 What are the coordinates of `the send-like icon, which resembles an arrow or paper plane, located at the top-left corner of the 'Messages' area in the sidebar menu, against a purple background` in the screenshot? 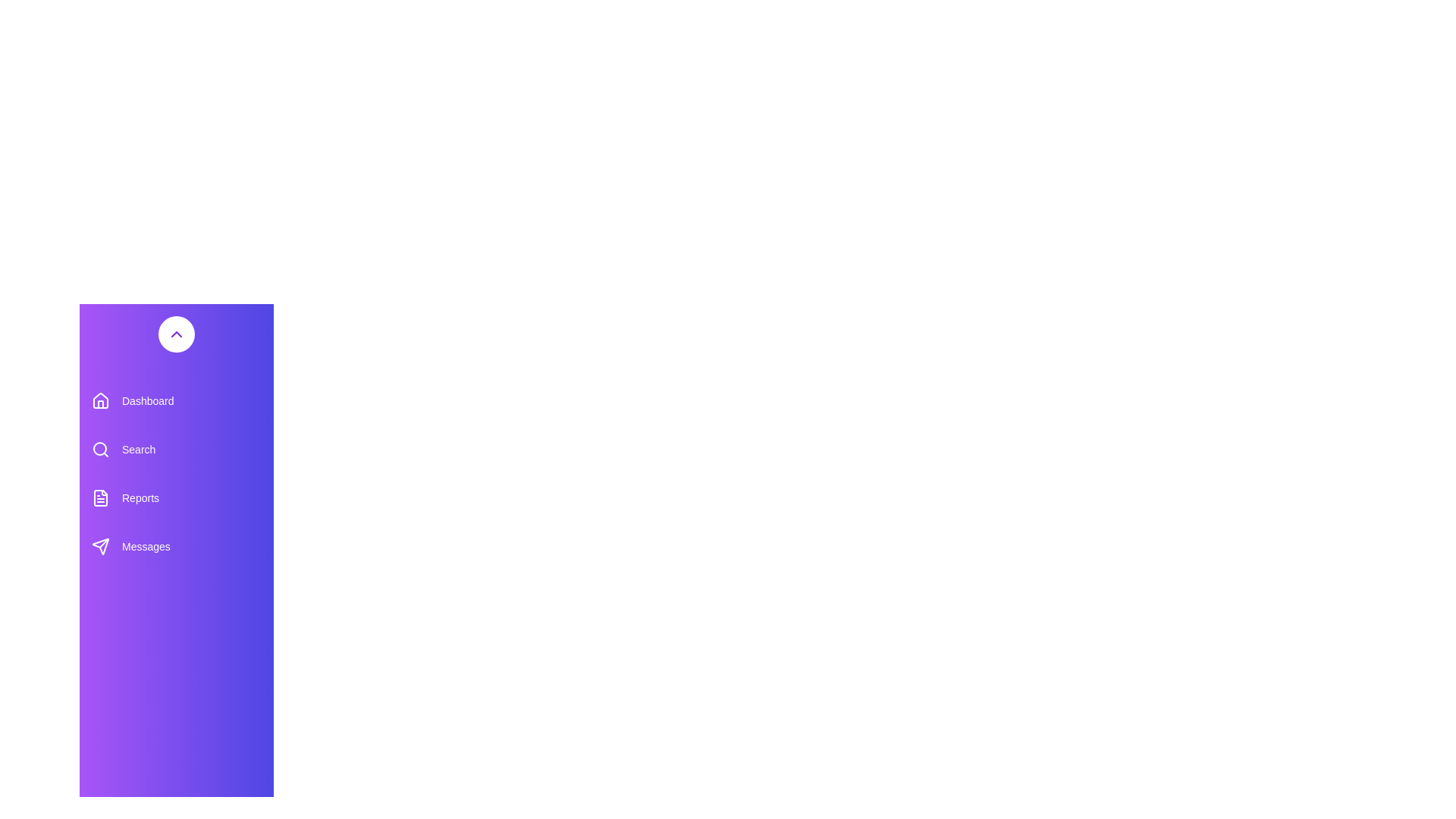 It's located at (100, 547).